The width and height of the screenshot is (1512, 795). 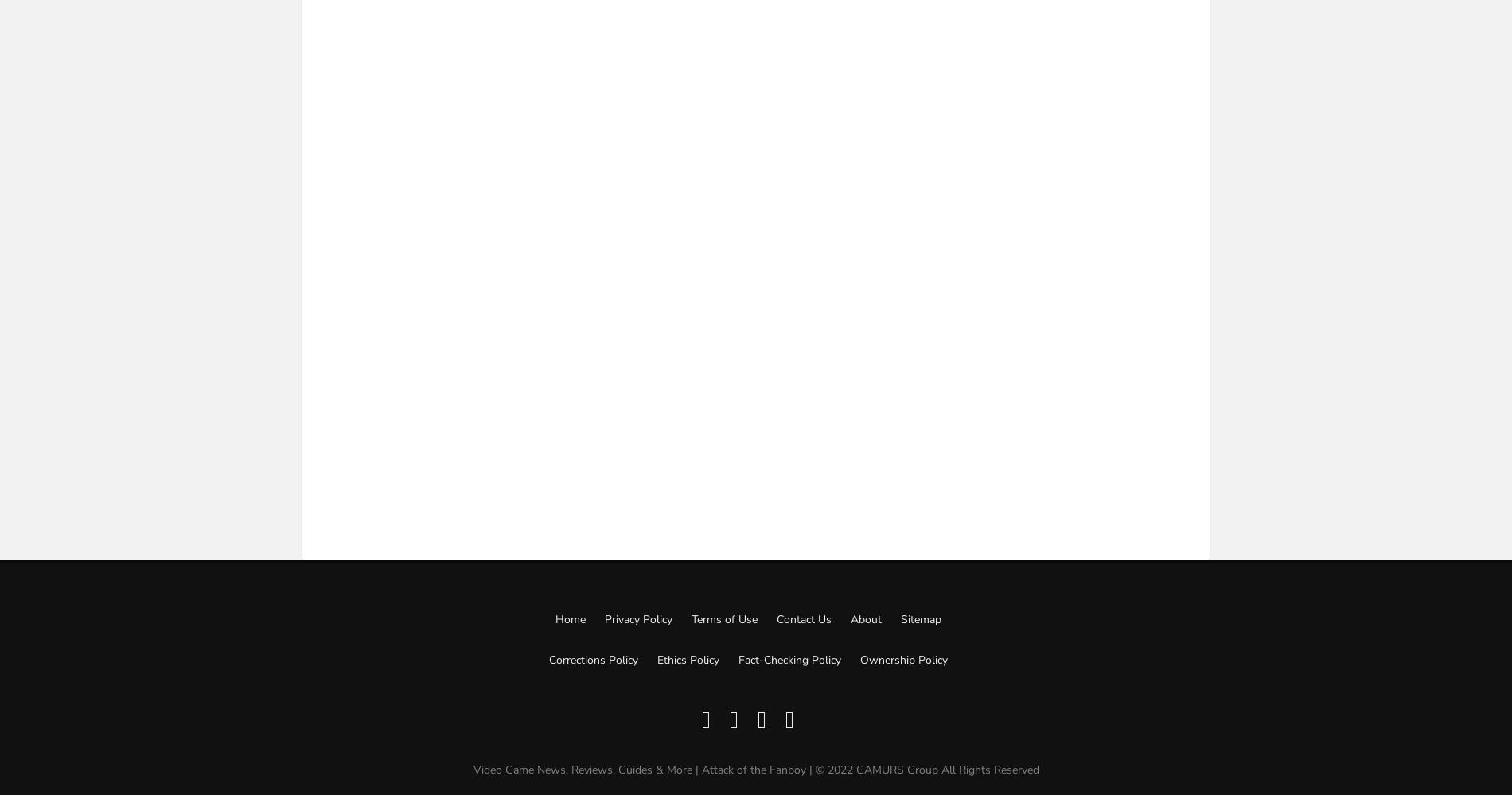 I want to click on 'About', so click(x=865, y=619).